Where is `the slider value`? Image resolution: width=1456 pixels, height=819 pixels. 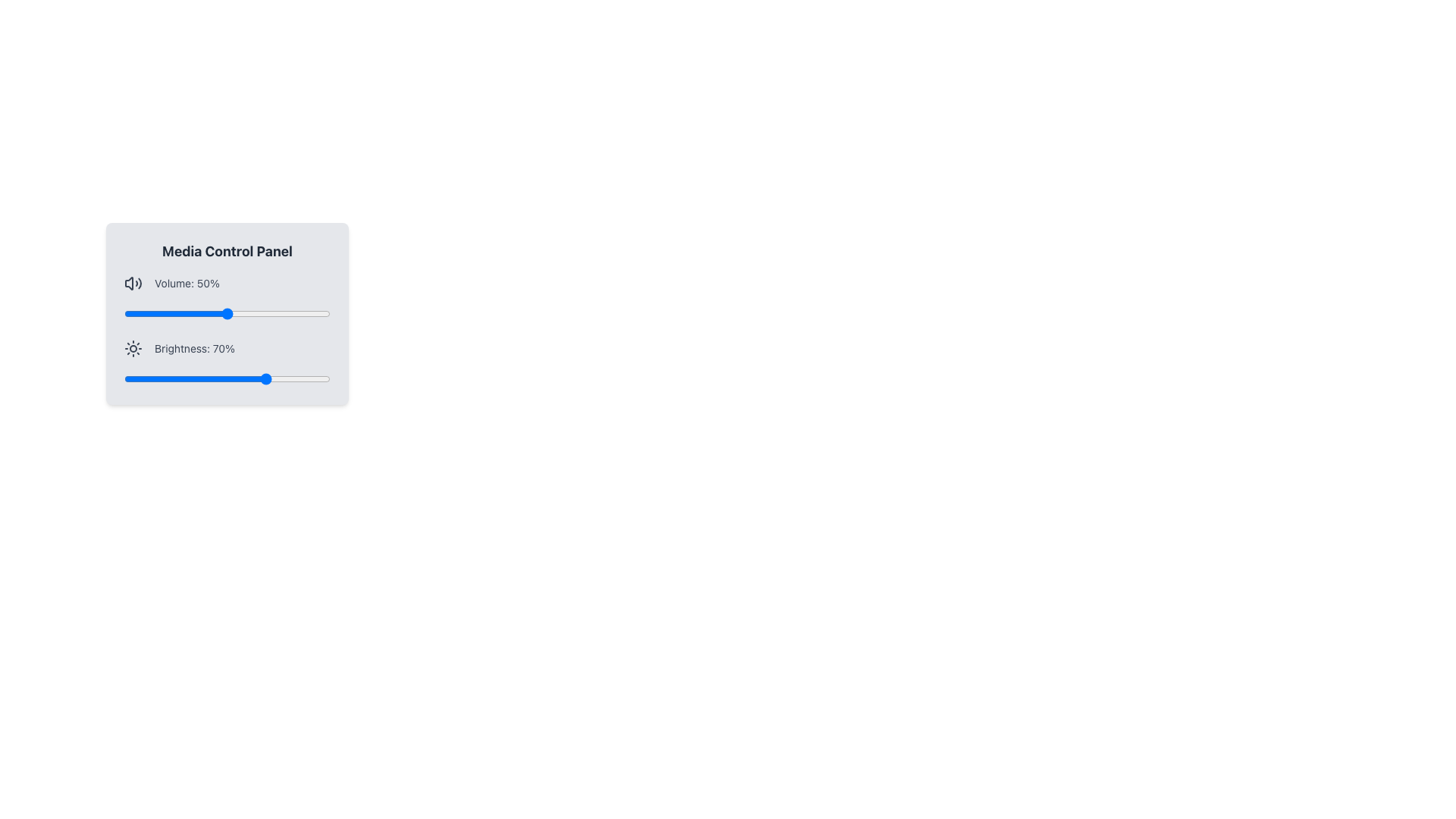 the slider value is located at coordinates (190, 312).